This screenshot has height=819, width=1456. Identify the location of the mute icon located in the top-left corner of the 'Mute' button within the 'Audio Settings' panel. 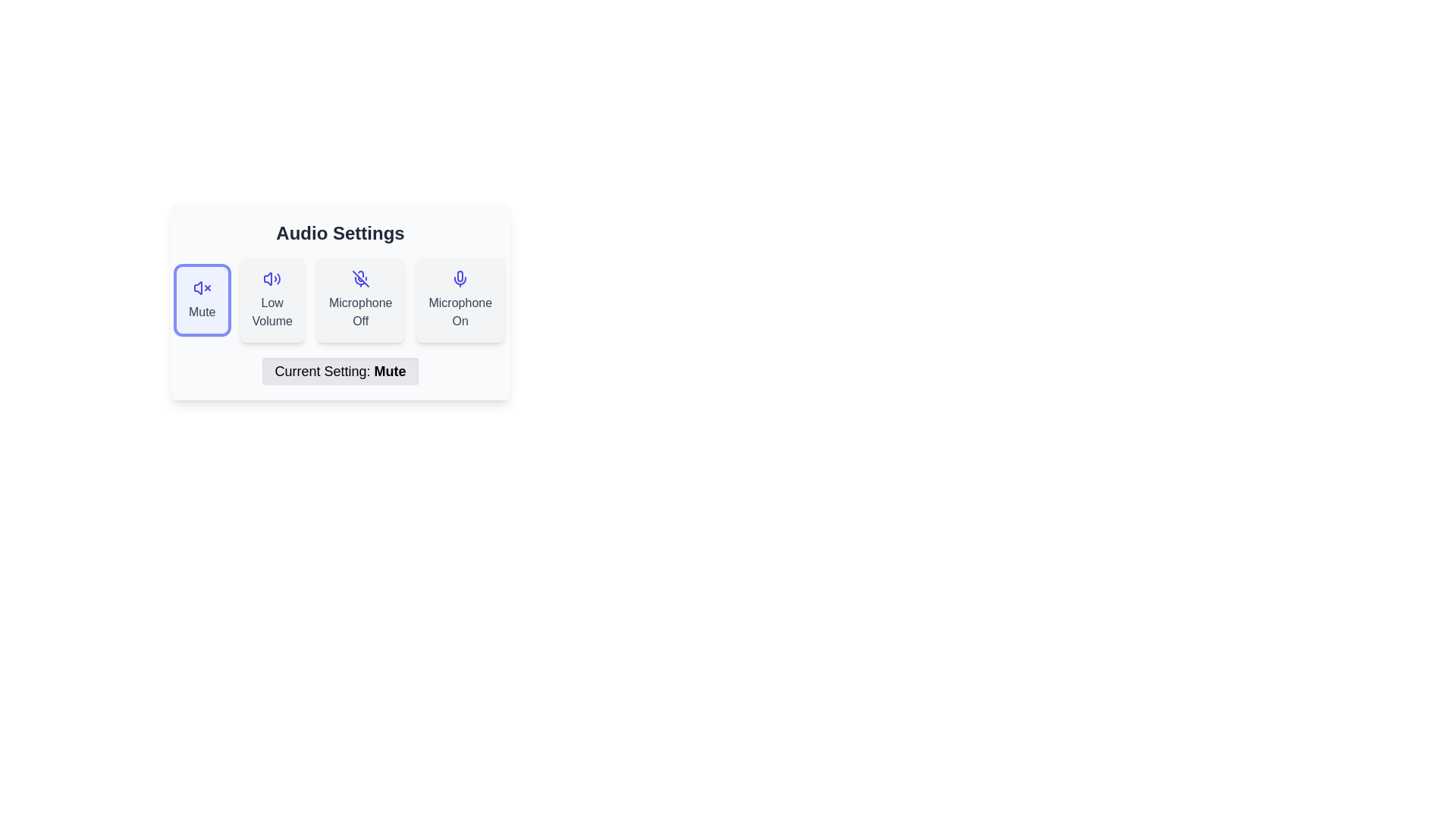
(197, 288).